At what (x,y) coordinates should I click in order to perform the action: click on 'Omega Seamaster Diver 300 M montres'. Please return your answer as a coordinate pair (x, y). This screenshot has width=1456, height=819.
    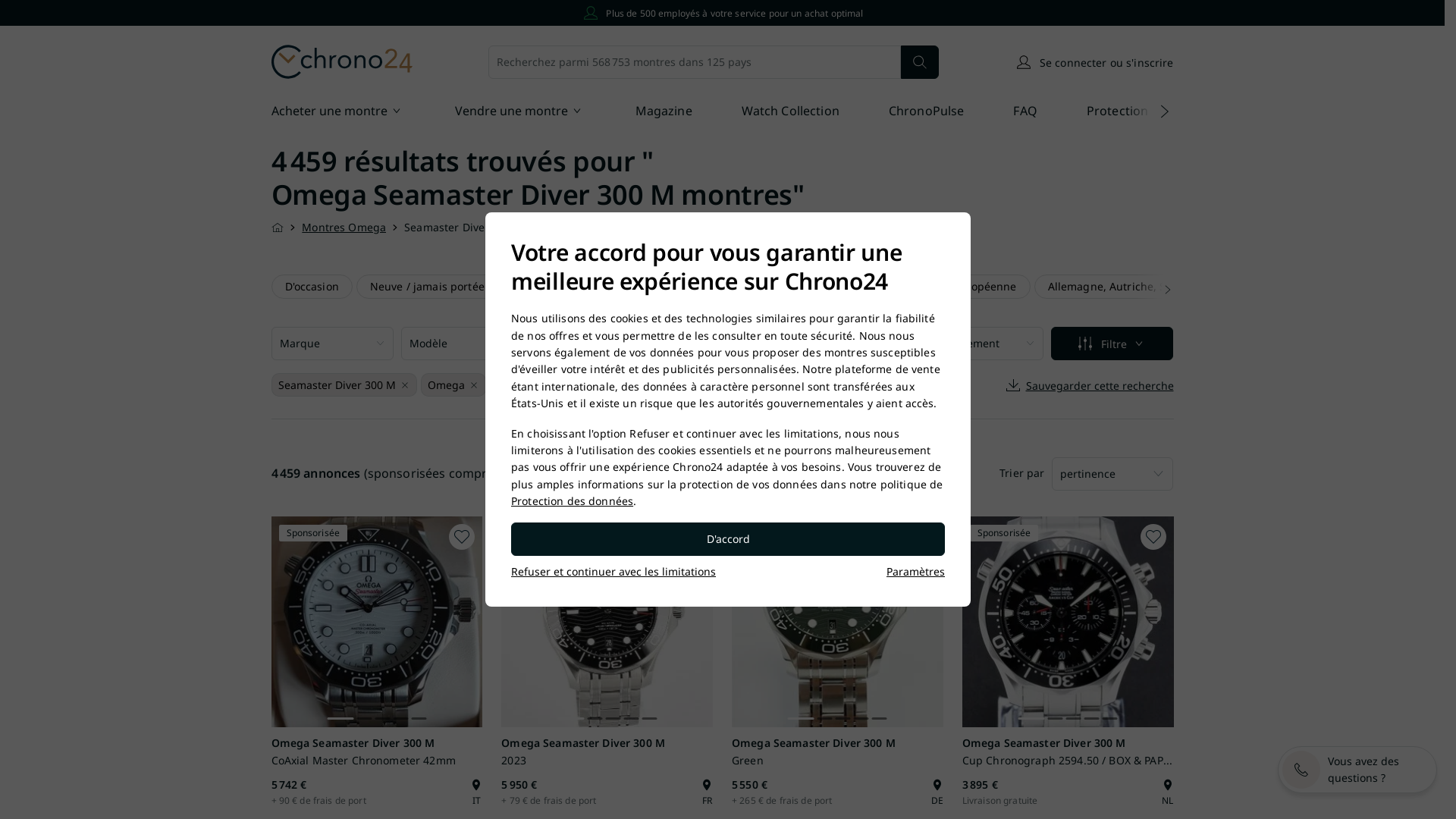
    Looking at the image, I should click on (532, 193).